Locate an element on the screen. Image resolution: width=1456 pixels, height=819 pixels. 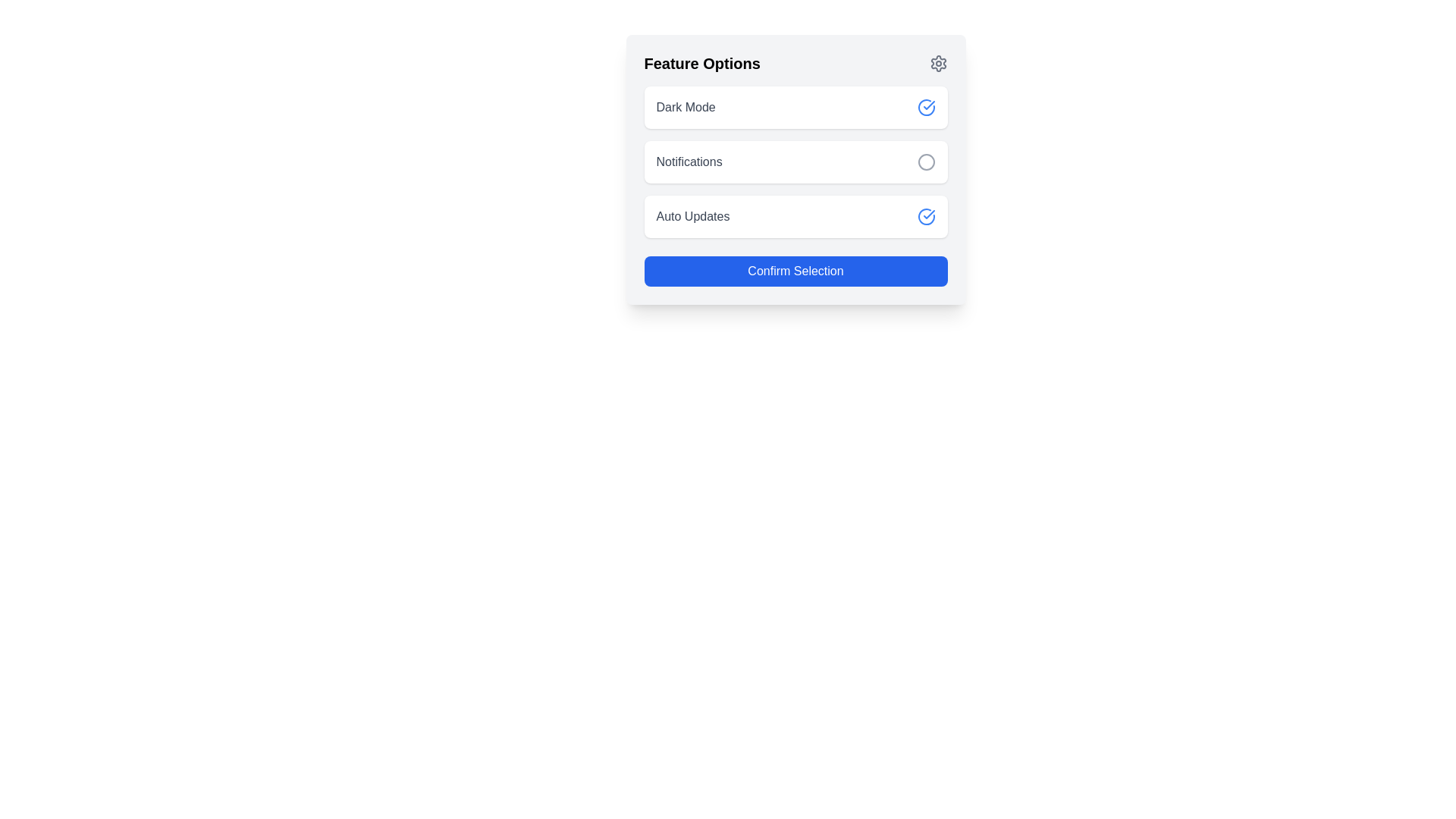
the circular checkmark outline icon located to the right of the 'Auto Updates' option in the feature options list is located at coordinates (925, 216).